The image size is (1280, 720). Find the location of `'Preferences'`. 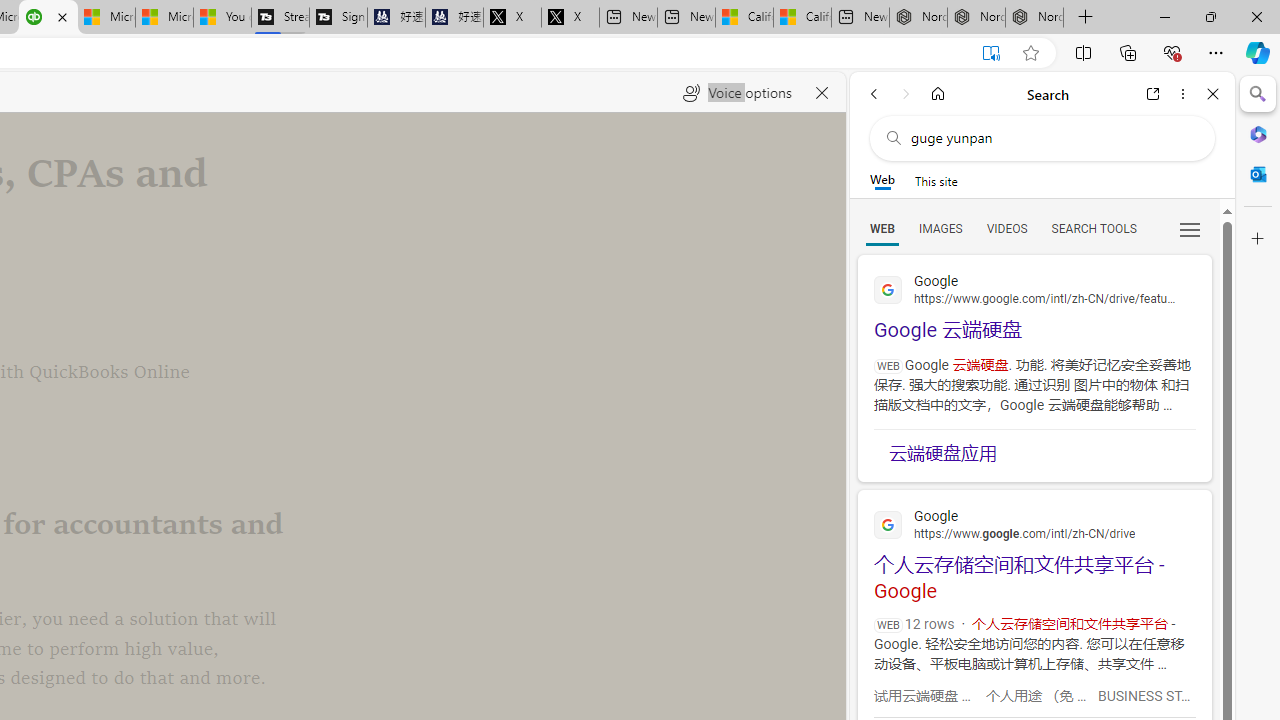

'Preferences' is located at coordinates (1189, 227).